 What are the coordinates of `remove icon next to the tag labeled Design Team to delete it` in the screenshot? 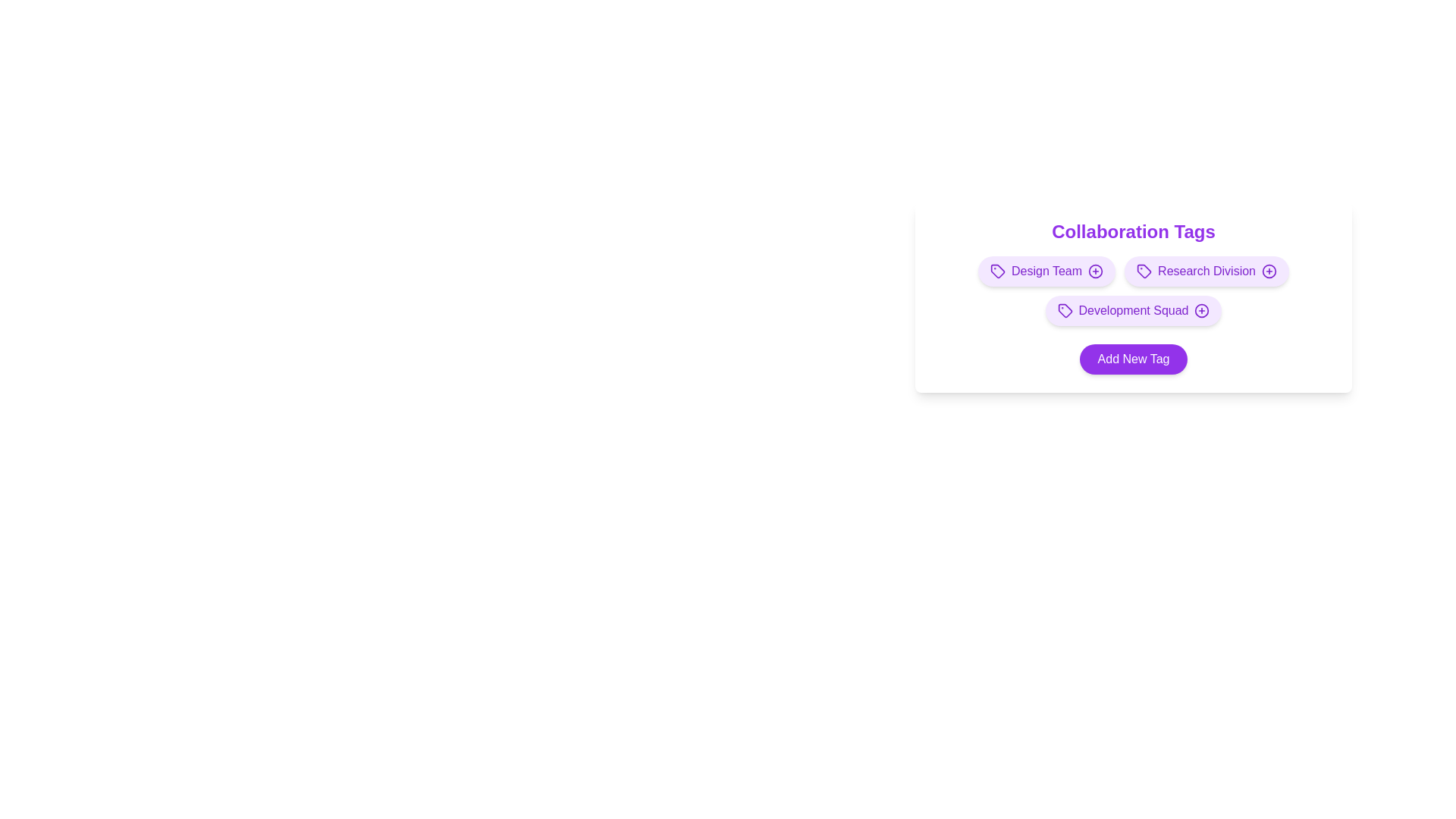 It's located at (1095, 271).